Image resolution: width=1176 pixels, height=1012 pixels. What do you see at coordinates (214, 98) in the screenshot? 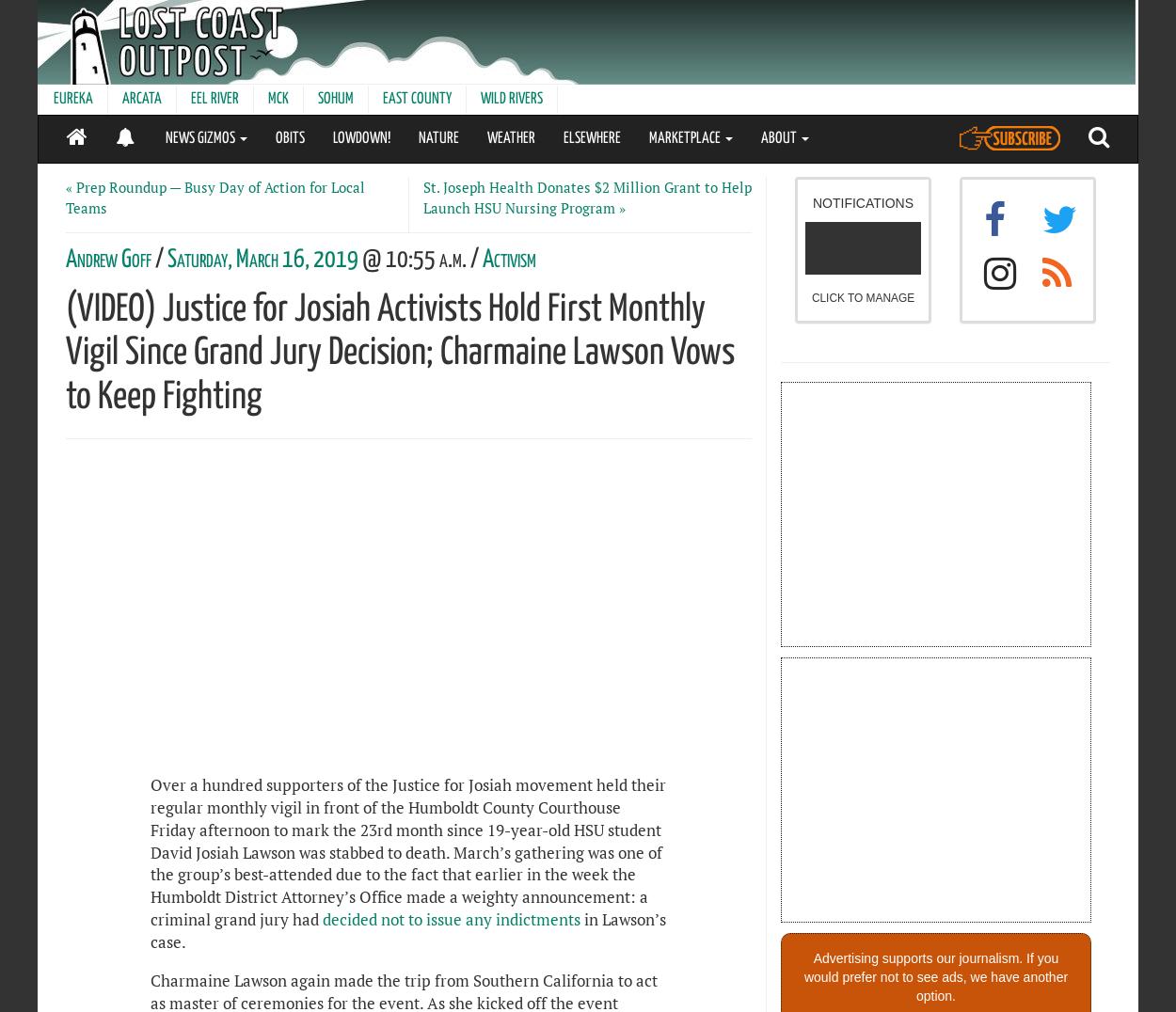
I see `'EEL RIVER'` at bounding box center [214, 98].